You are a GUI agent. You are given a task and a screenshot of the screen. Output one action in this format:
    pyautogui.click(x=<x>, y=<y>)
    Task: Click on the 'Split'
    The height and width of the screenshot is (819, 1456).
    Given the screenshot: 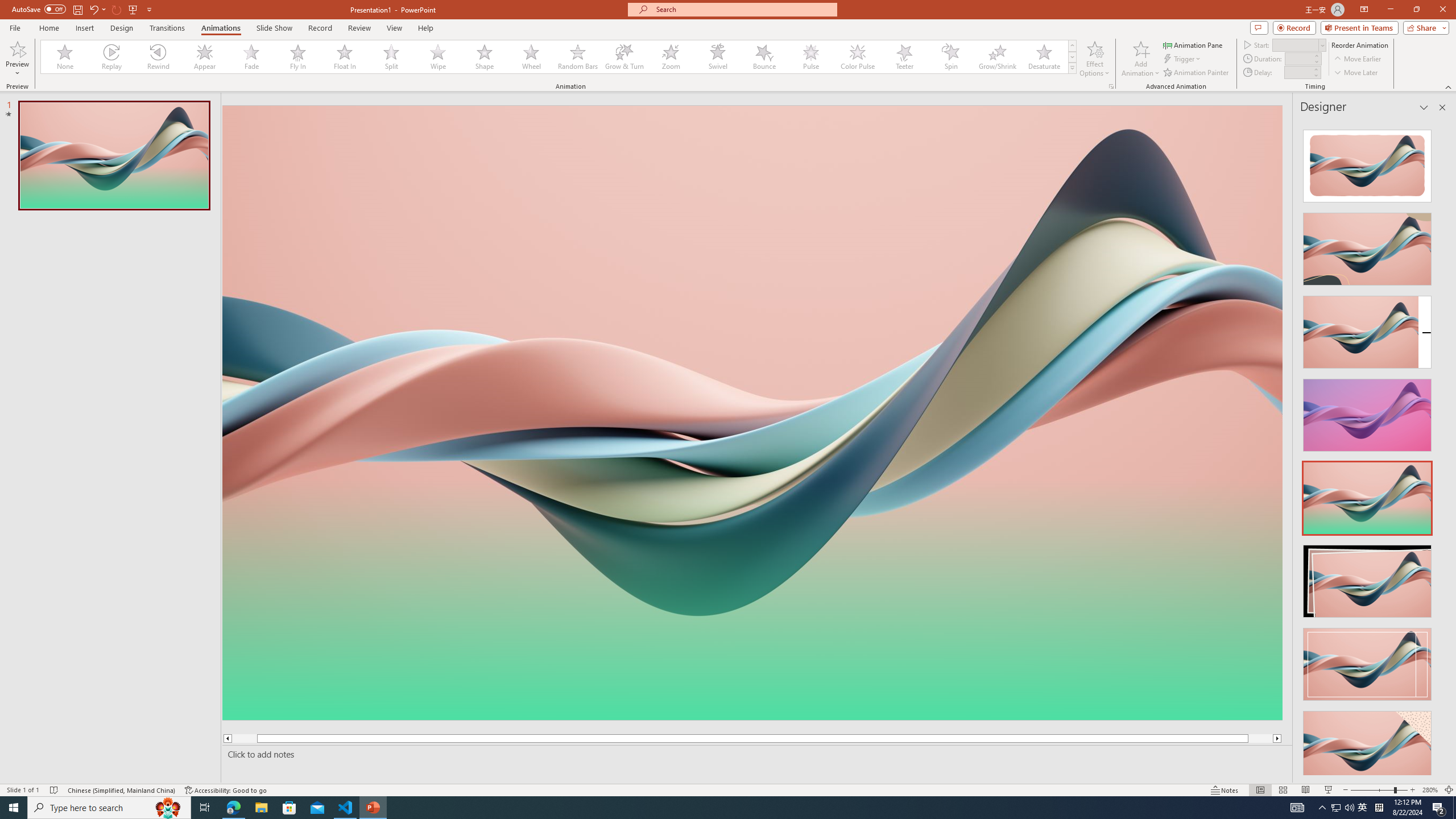 What is the action you would take?
    pyautogui.click(x=391, y=56)
    